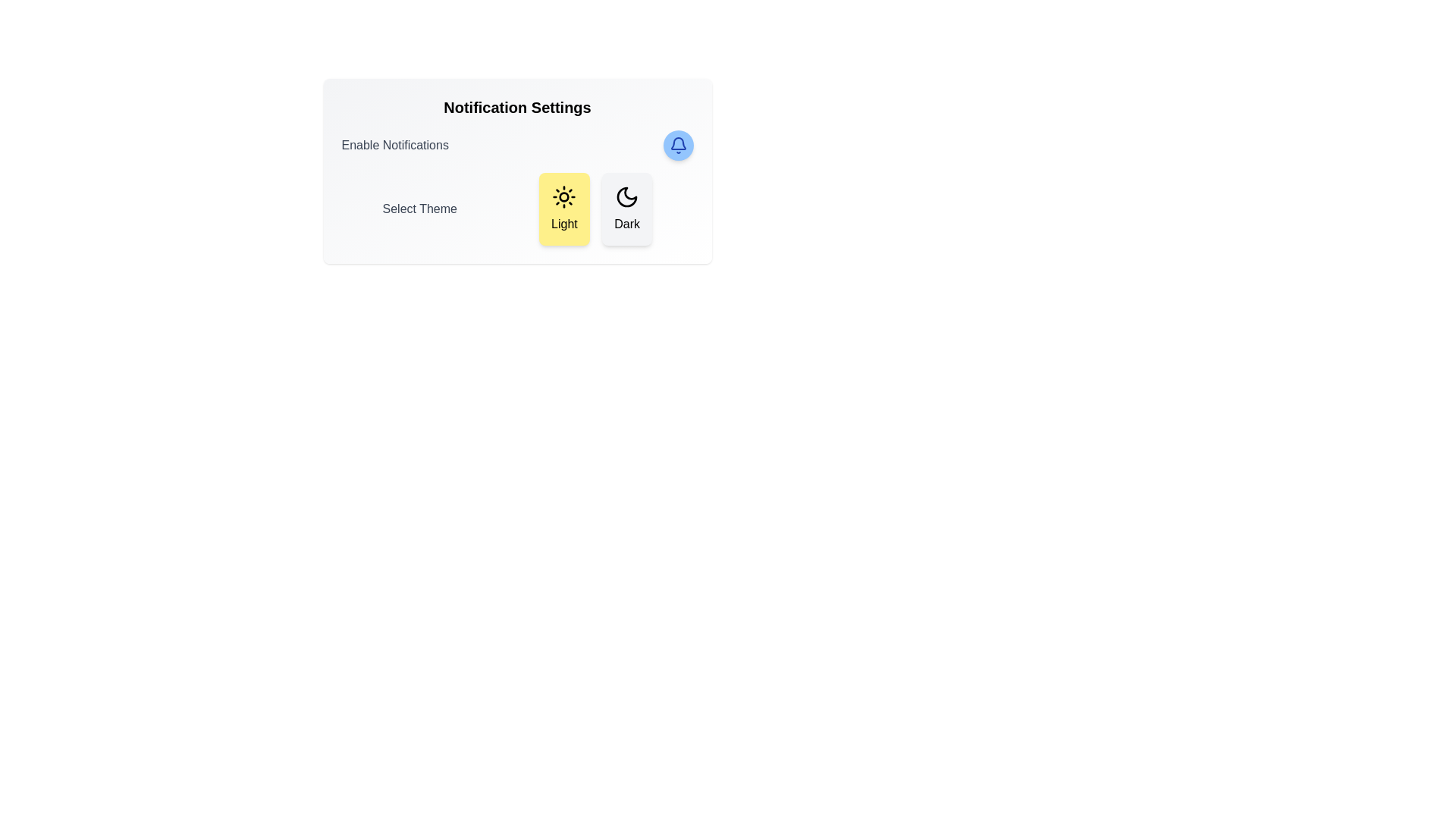  I want to click on the theme by clicking the corresponding button for dark, so click(626, 209).